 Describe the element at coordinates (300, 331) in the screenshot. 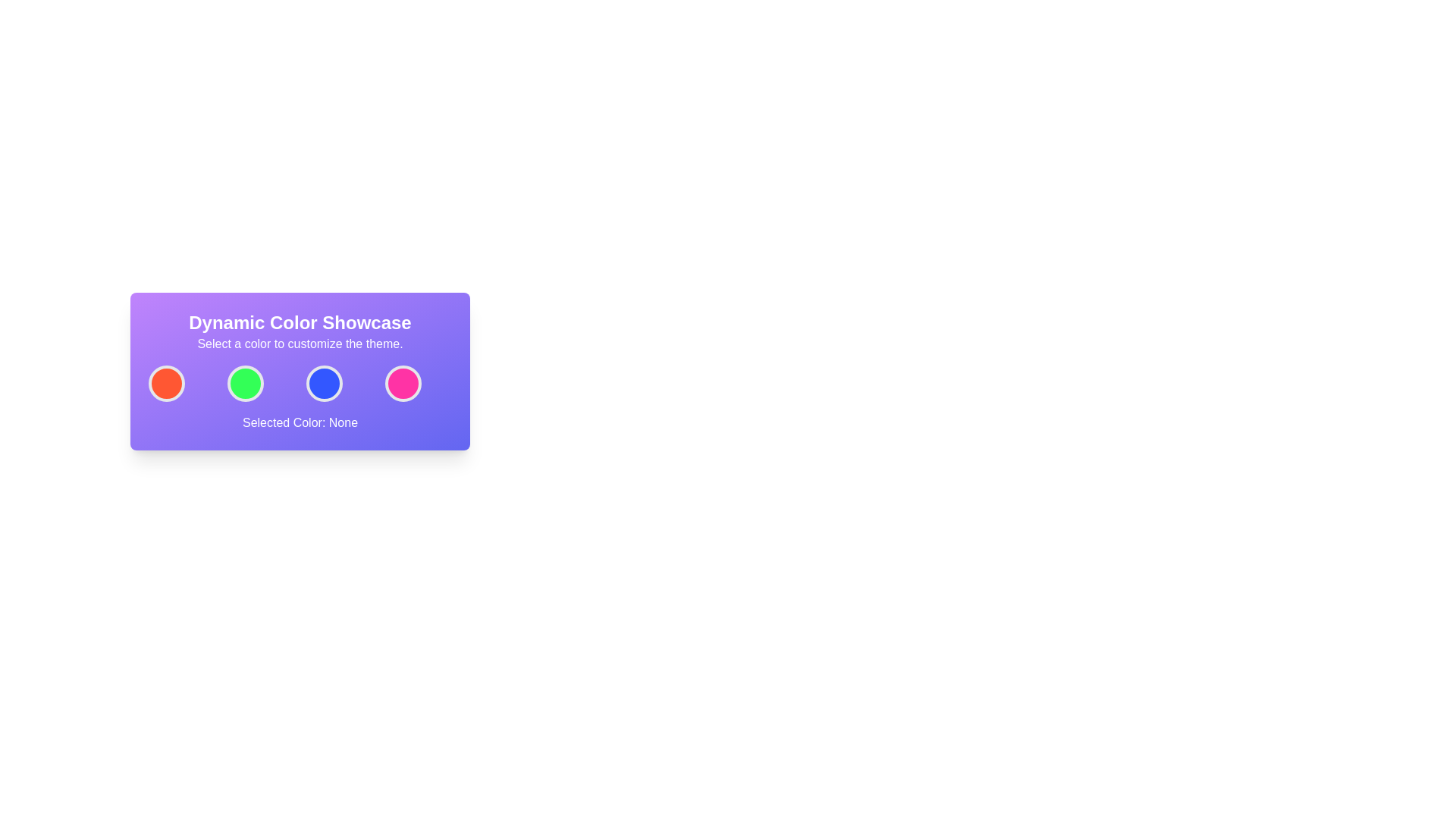

I see `the text display that reads 'Dynamic Color Showcase' followed by 'Select a color to customize the theme.' which is centered at the top of a gradient-styled purple-to-indigo rectangle` at that location.